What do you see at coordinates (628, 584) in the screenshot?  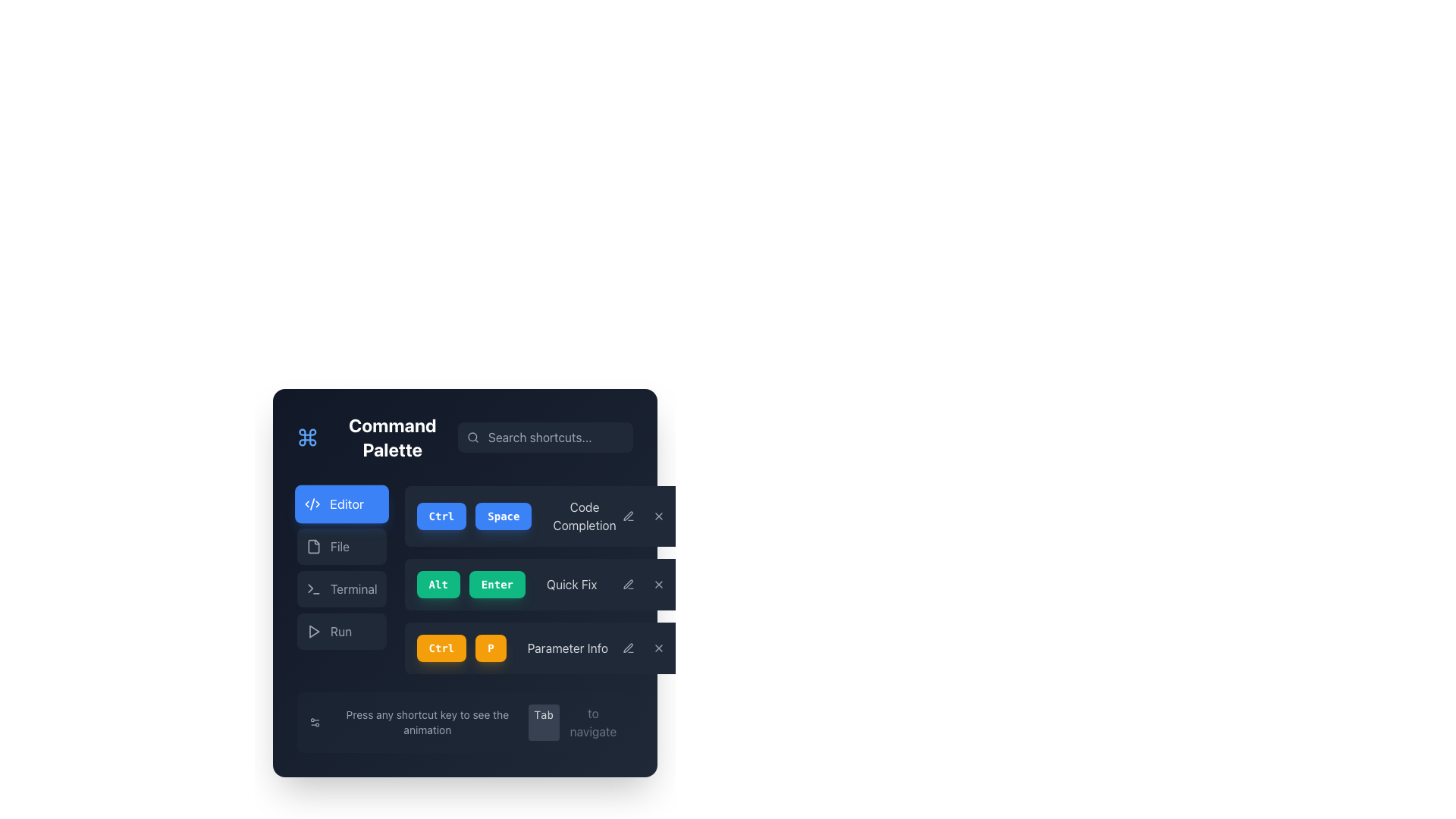 I see `the pencil-like icon in the horizontal menu bar` at bounding box center [628, 584].